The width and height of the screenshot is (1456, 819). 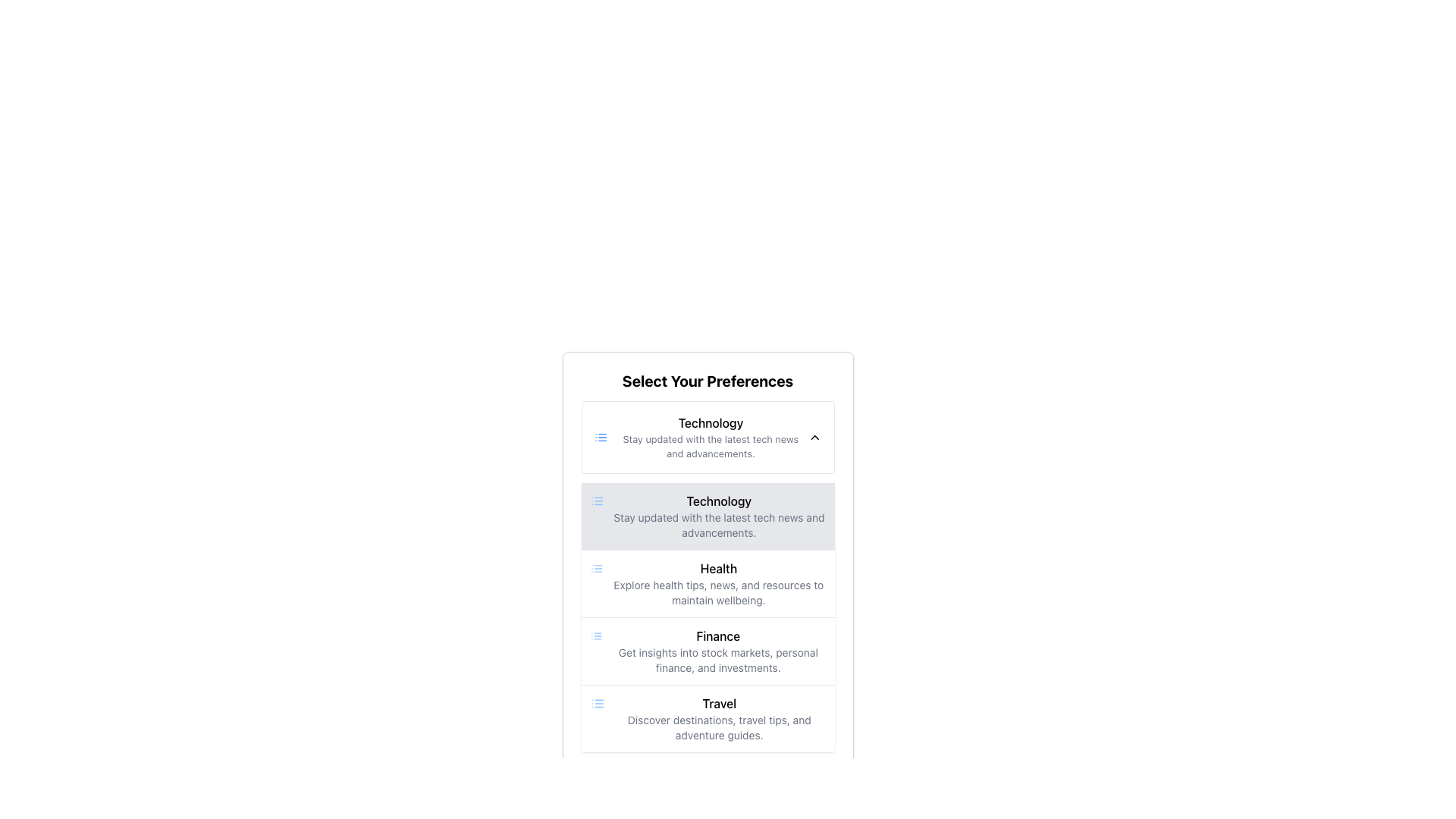 What do you see at coordinates (707, 717) in the screenshot?
I see `the 'Travel' category list item` at bounding box center [707, 717].